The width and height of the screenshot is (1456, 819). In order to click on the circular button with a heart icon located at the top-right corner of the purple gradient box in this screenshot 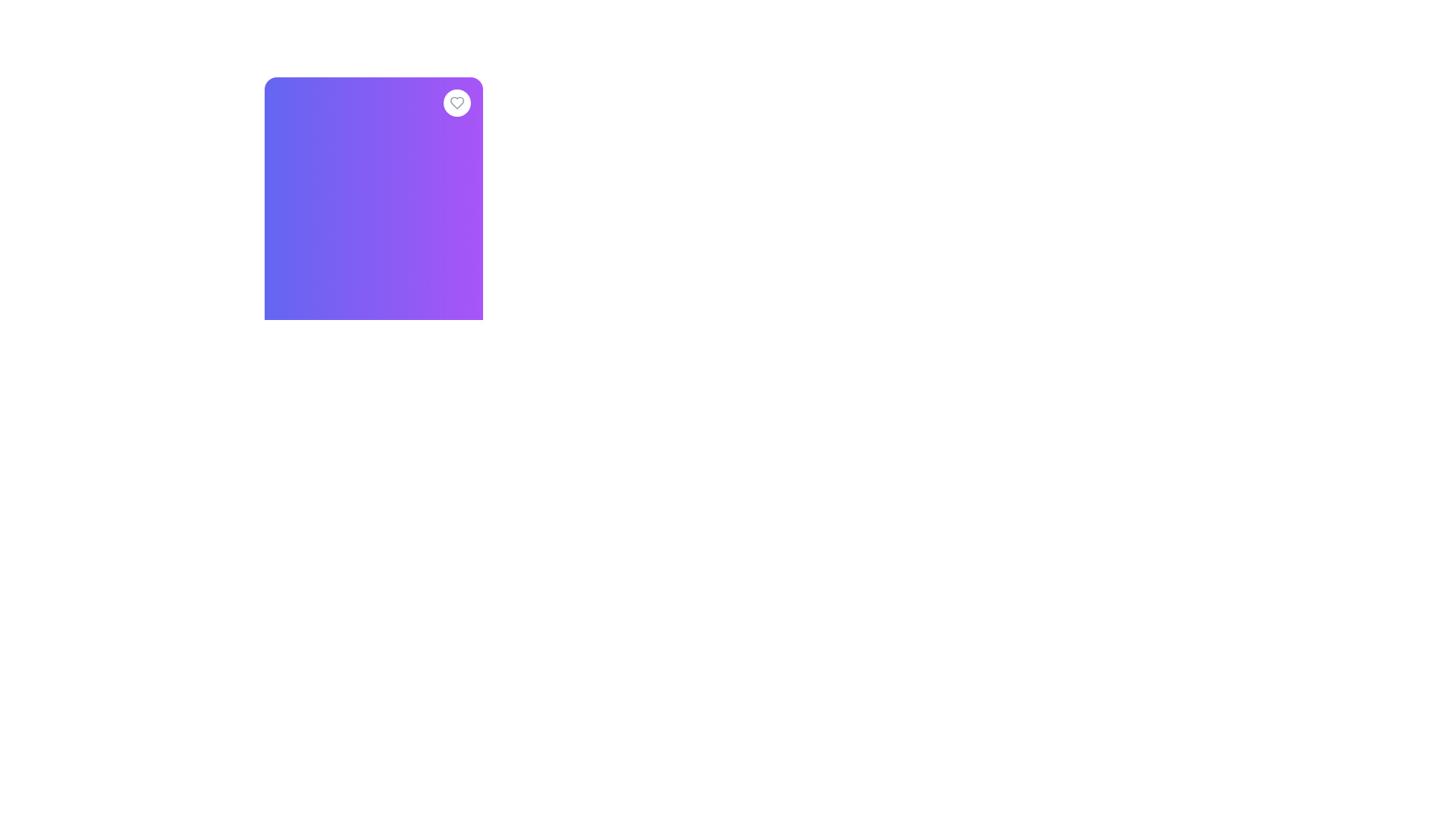, I will do `click(457, 102)`.